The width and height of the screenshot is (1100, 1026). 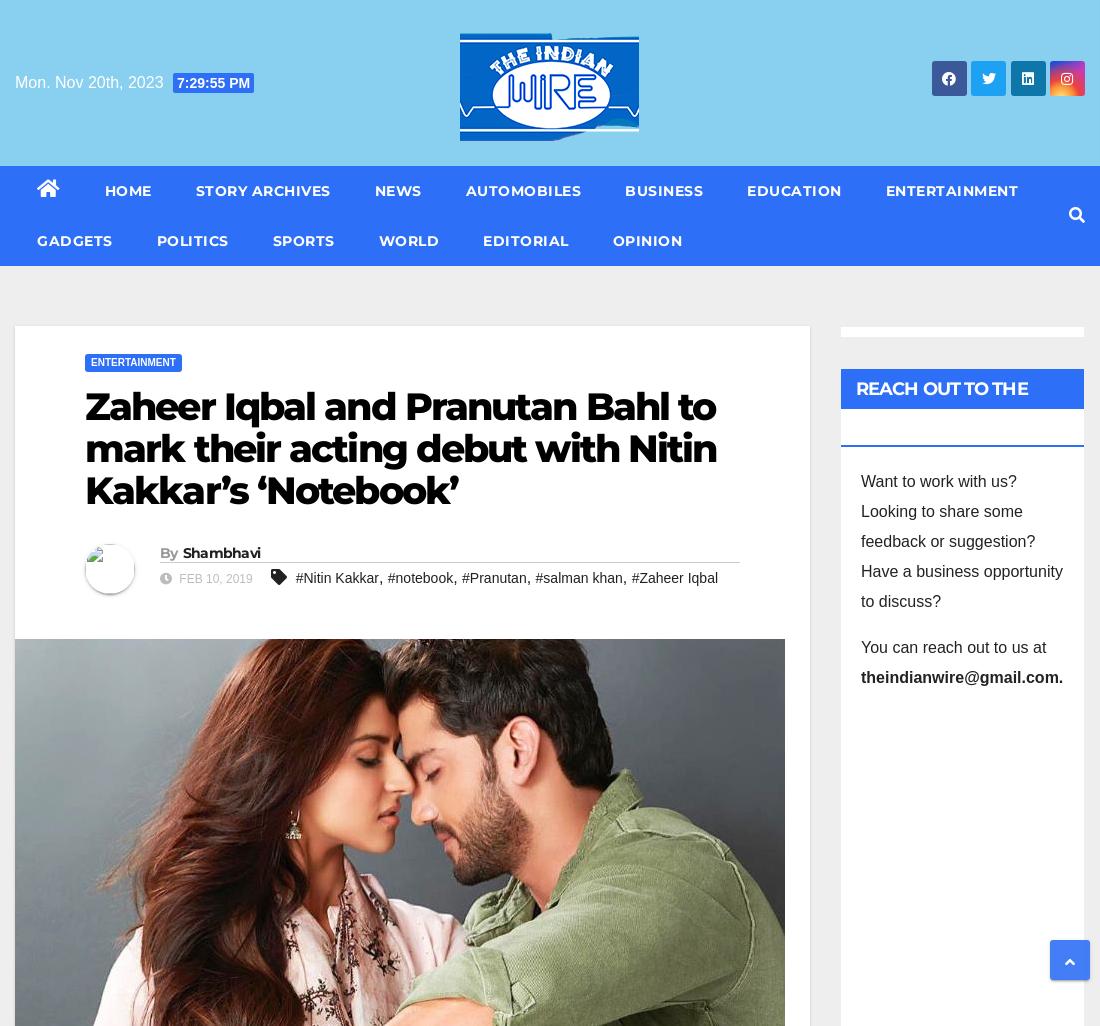 I want to click on 'Editorial', so click(x=525, y=241).